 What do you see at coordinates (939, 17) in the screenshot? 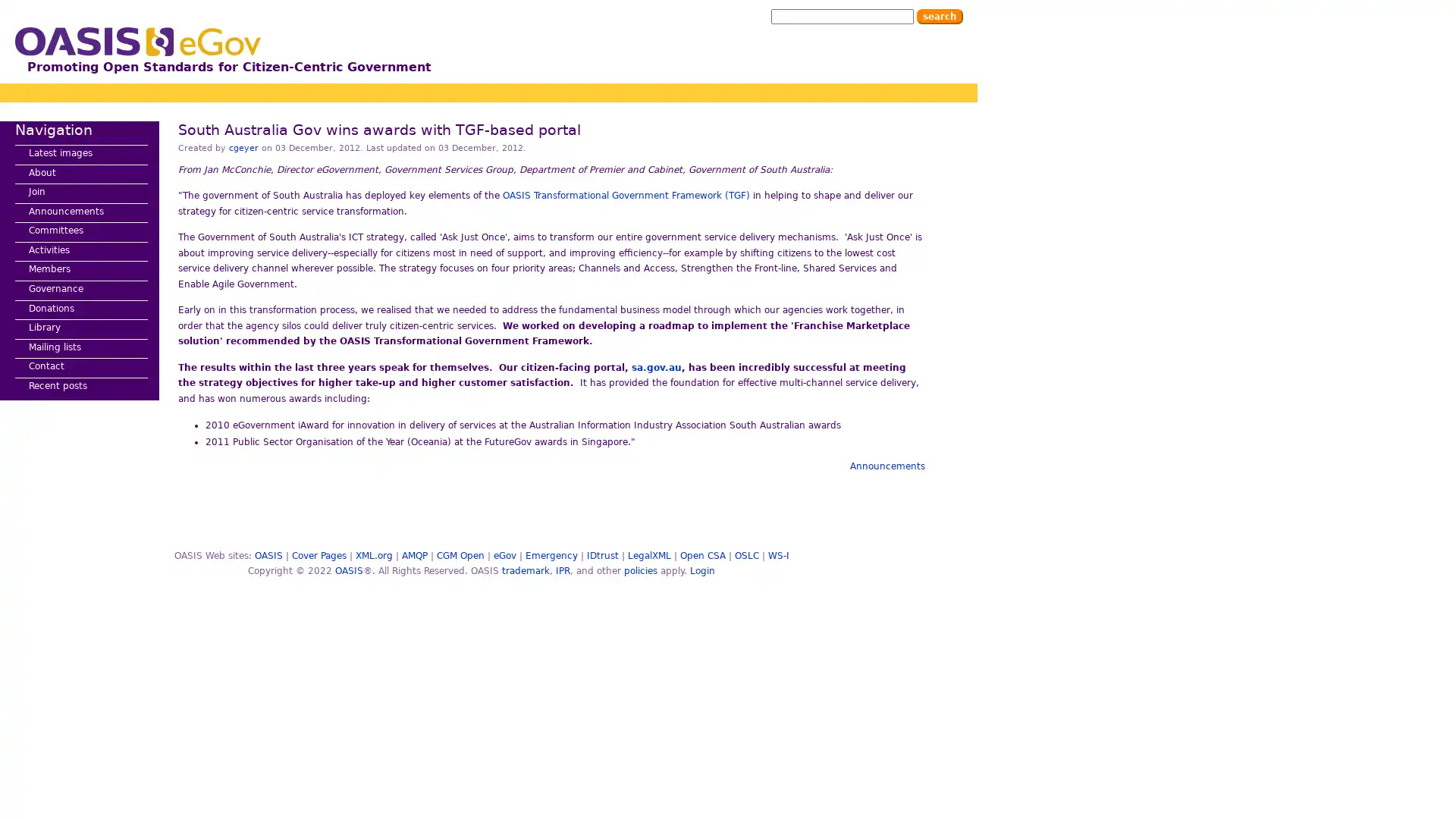
I see `Search` at bounding box center [939, 17].